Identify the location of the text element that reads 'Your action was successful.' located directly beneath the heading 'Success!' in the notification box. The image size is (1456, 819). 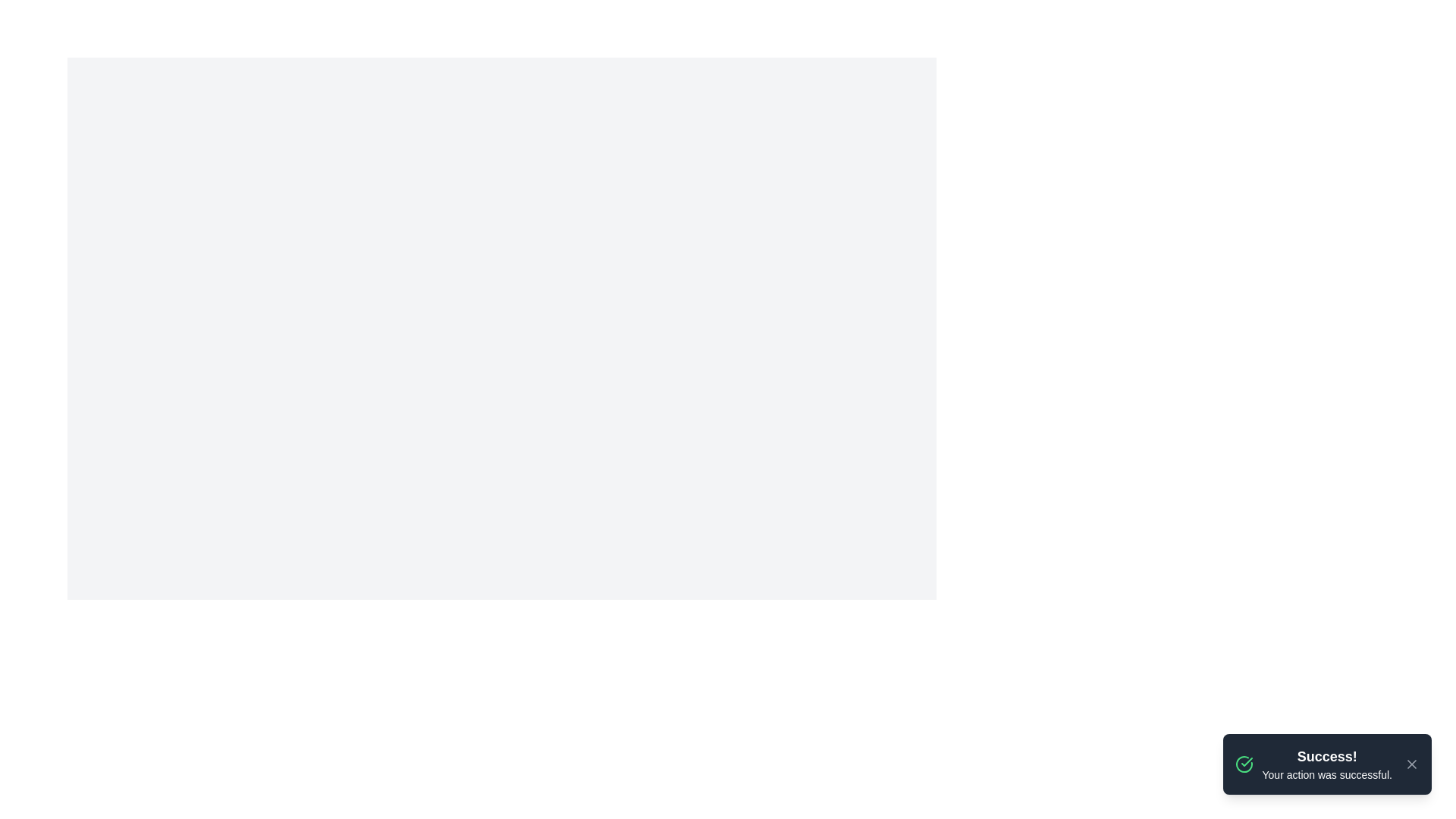
(1326, 775).